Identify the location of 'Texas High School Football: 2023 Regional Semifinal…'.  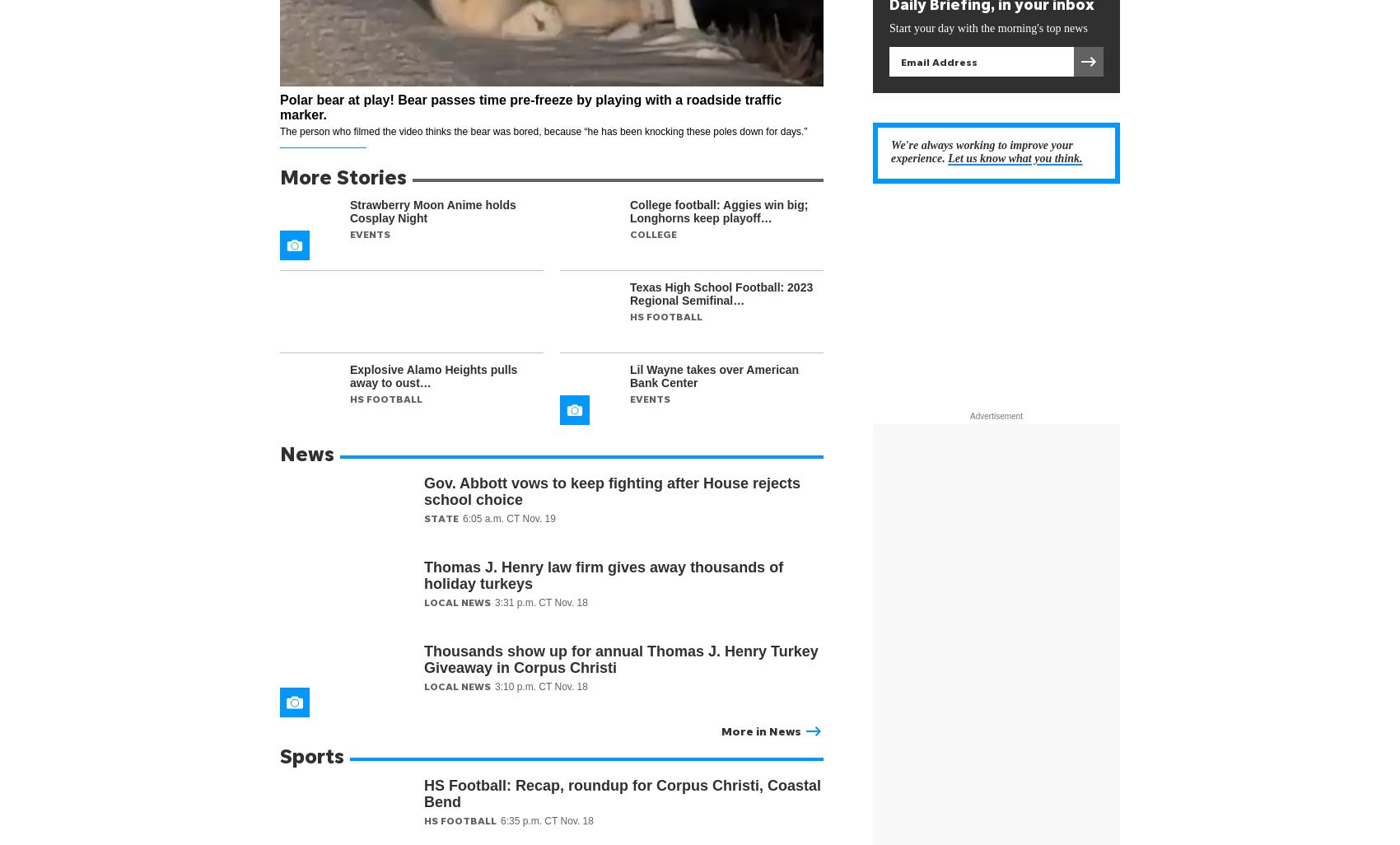
(629, 294).